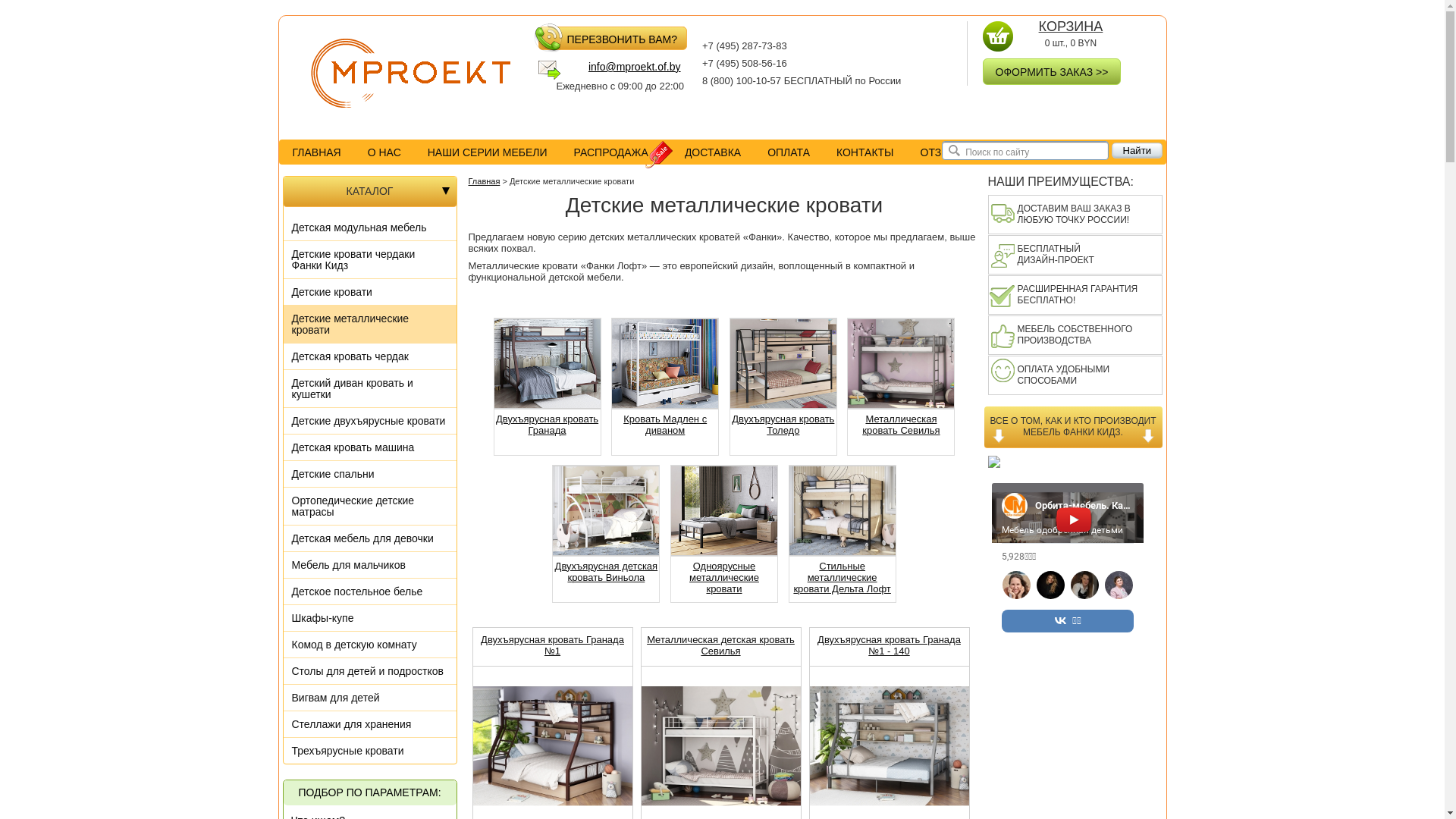 This screenshot has width=1456, height=819. Describe the element at coordinates (620, 70) in the screenshot. I see `'info@mproekt.of.by'` at that location.